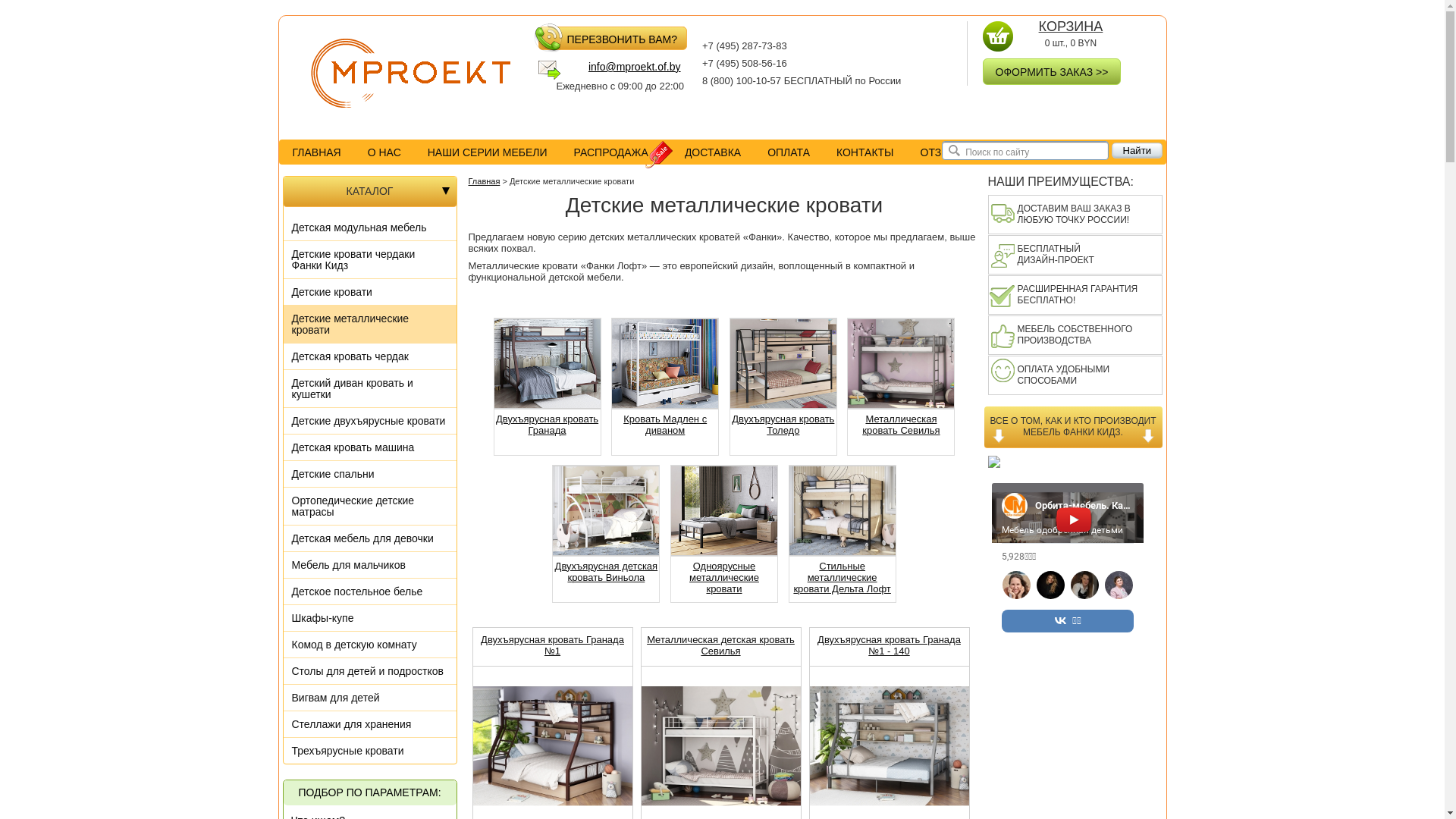 This screenshot has width=1456, height=819. Describe the element at coordinates (620, 70) in the screenshot. I see `'info@mproekt.of.by'` at that location.